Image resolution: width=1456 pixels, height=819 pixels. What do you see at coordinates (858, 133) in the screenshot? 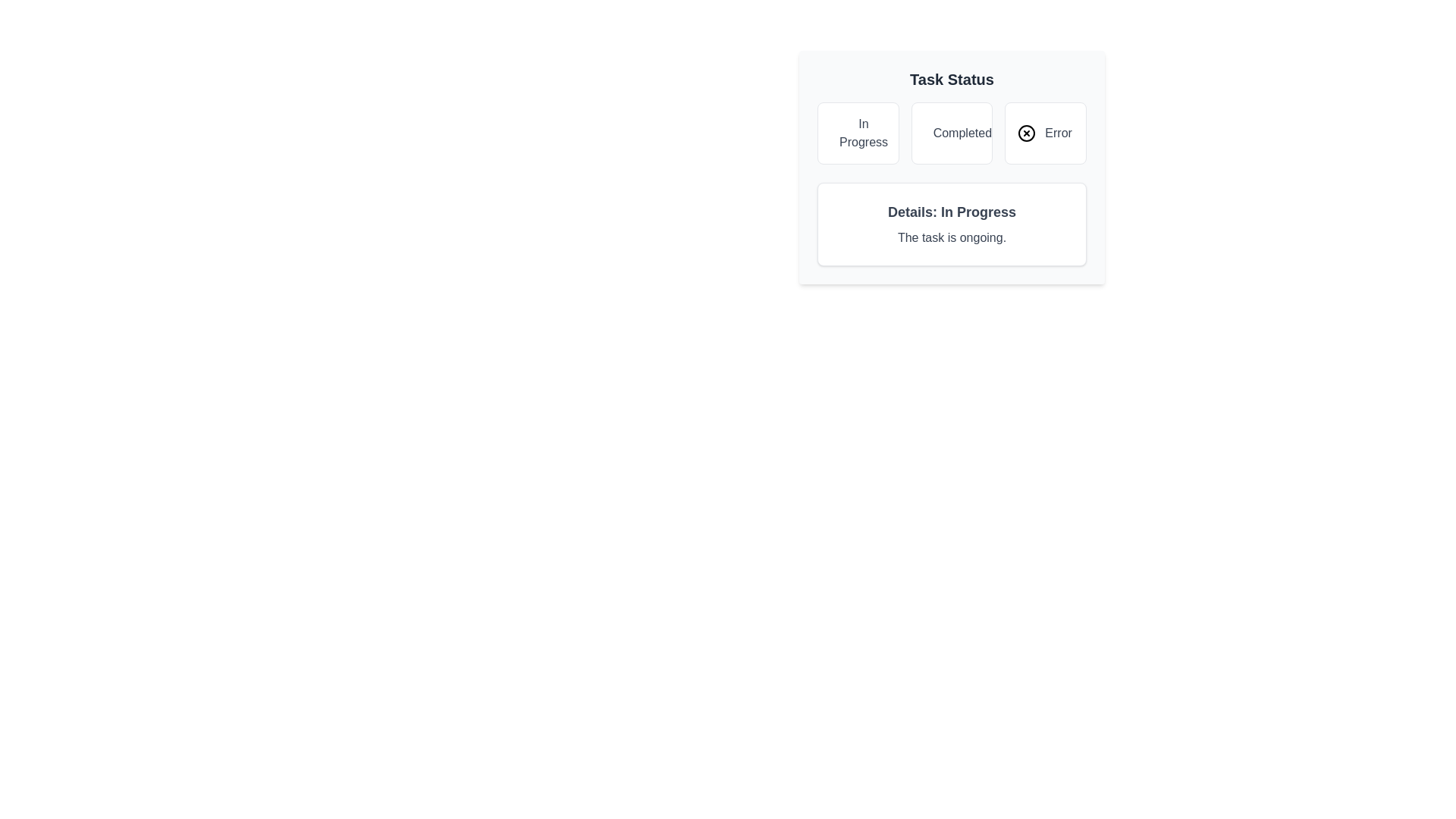
I see `the Interactive indicator element displaying 'In Progress' with a yellow border and alert icon` at bounding box center [858, 133].